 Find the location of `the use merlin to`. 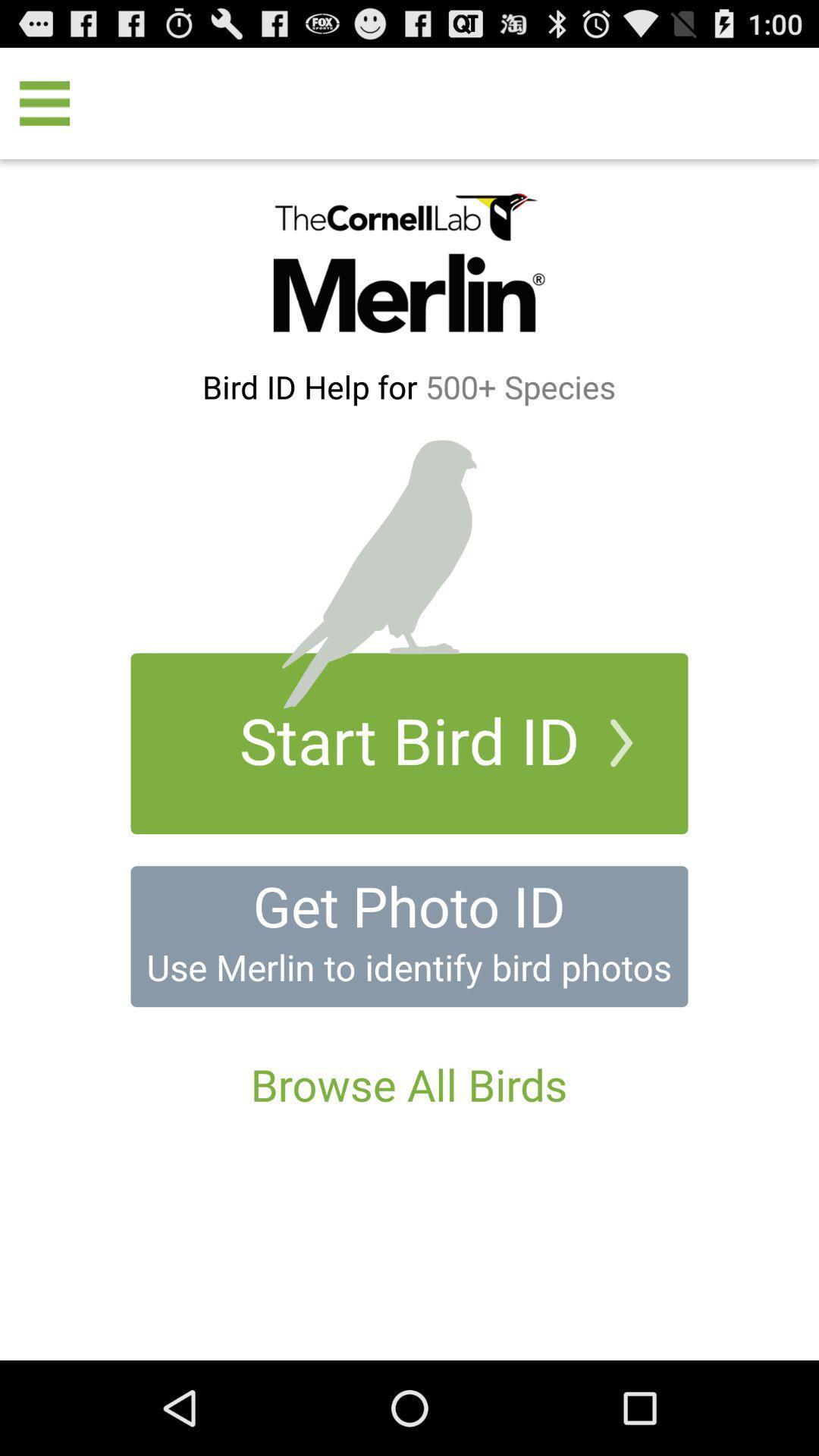

the use merlin to is located at coordinates (408, 966).